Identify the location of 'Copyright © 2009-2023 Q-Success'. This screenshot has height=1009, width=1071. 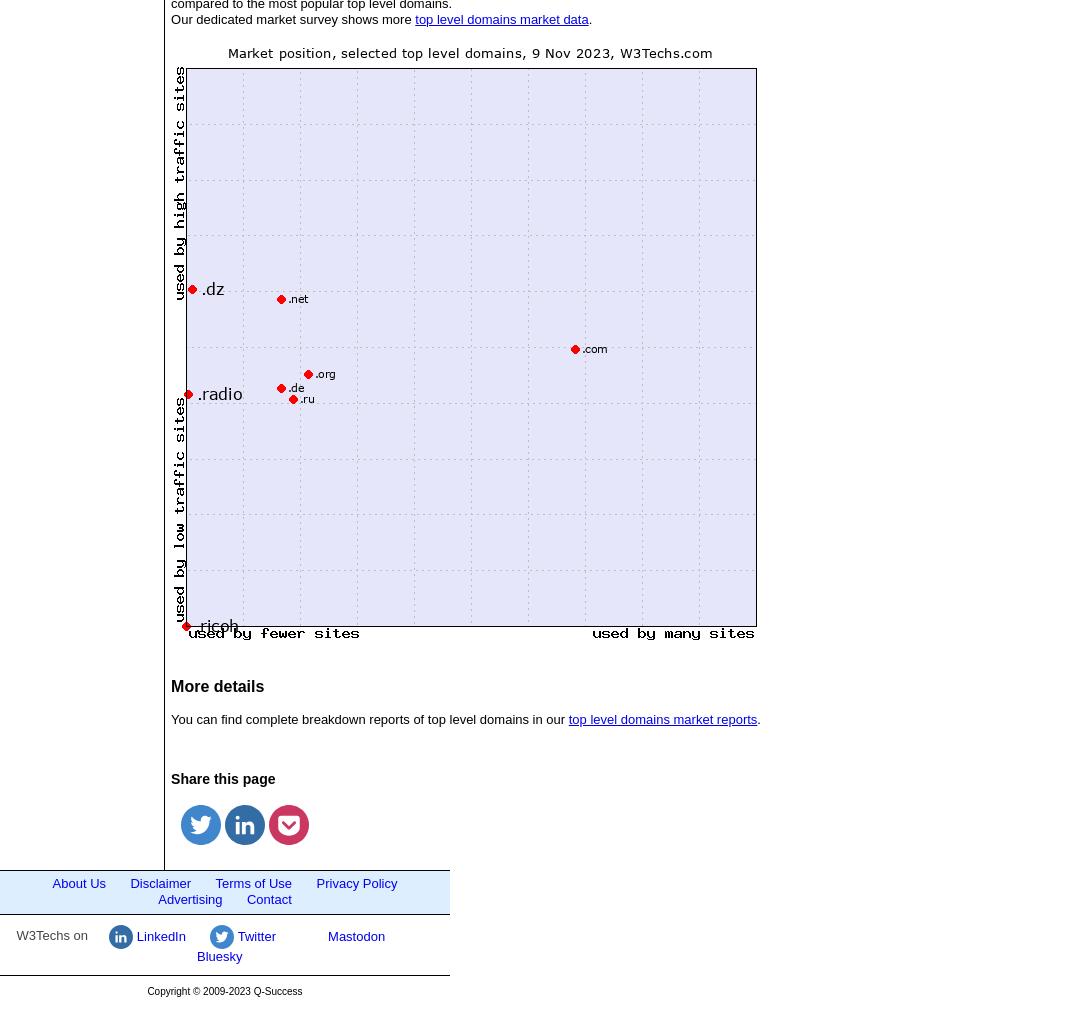
(223, 991).